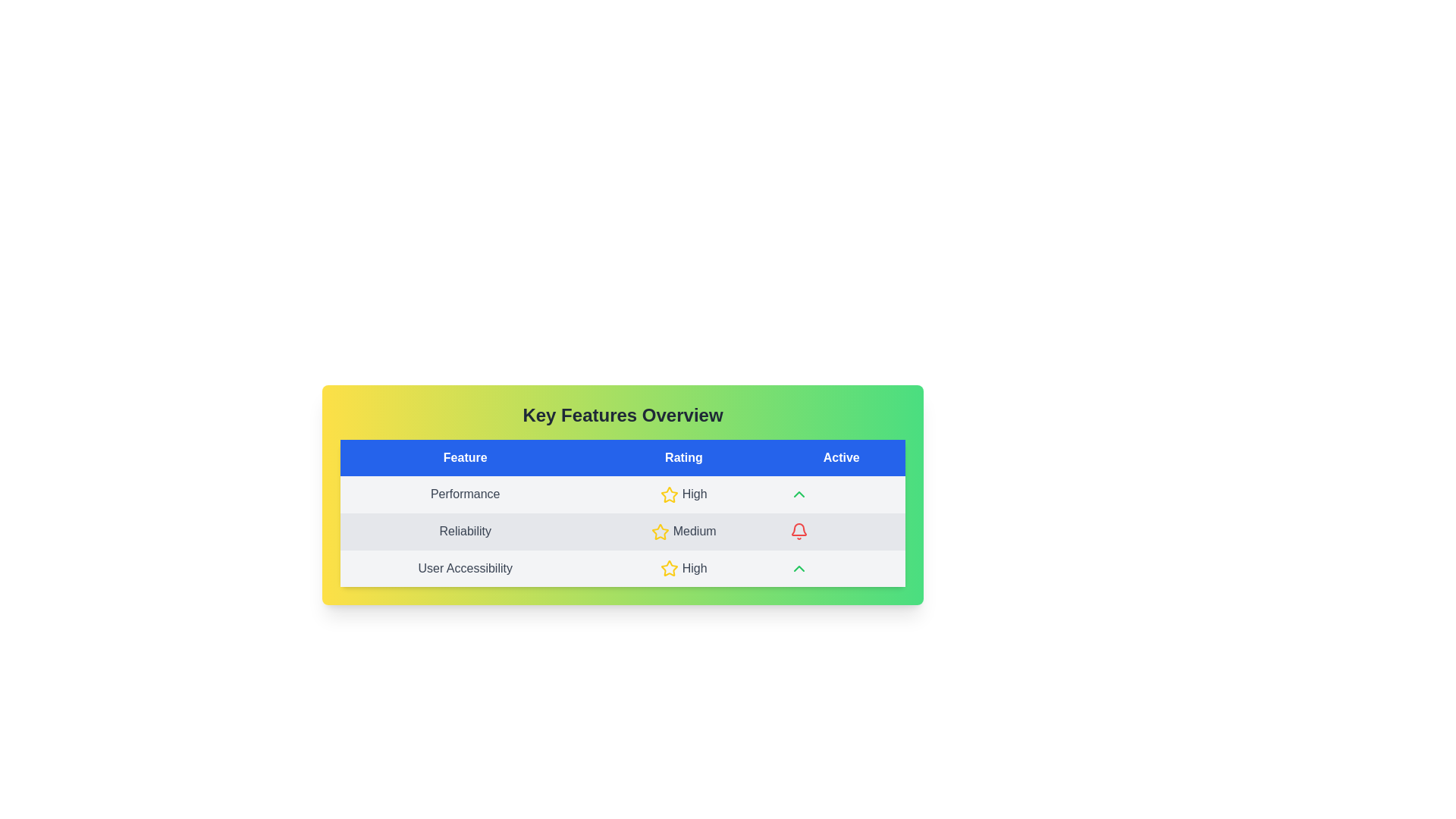  What do you see at coordinates (683, 457) in the screenshot?
I see `the Table Header labeled 'Rating' which has a blue background and white text, positioned between 'Feature' and 'Active' headers in a three-column table` at bounding box center [683, 457].